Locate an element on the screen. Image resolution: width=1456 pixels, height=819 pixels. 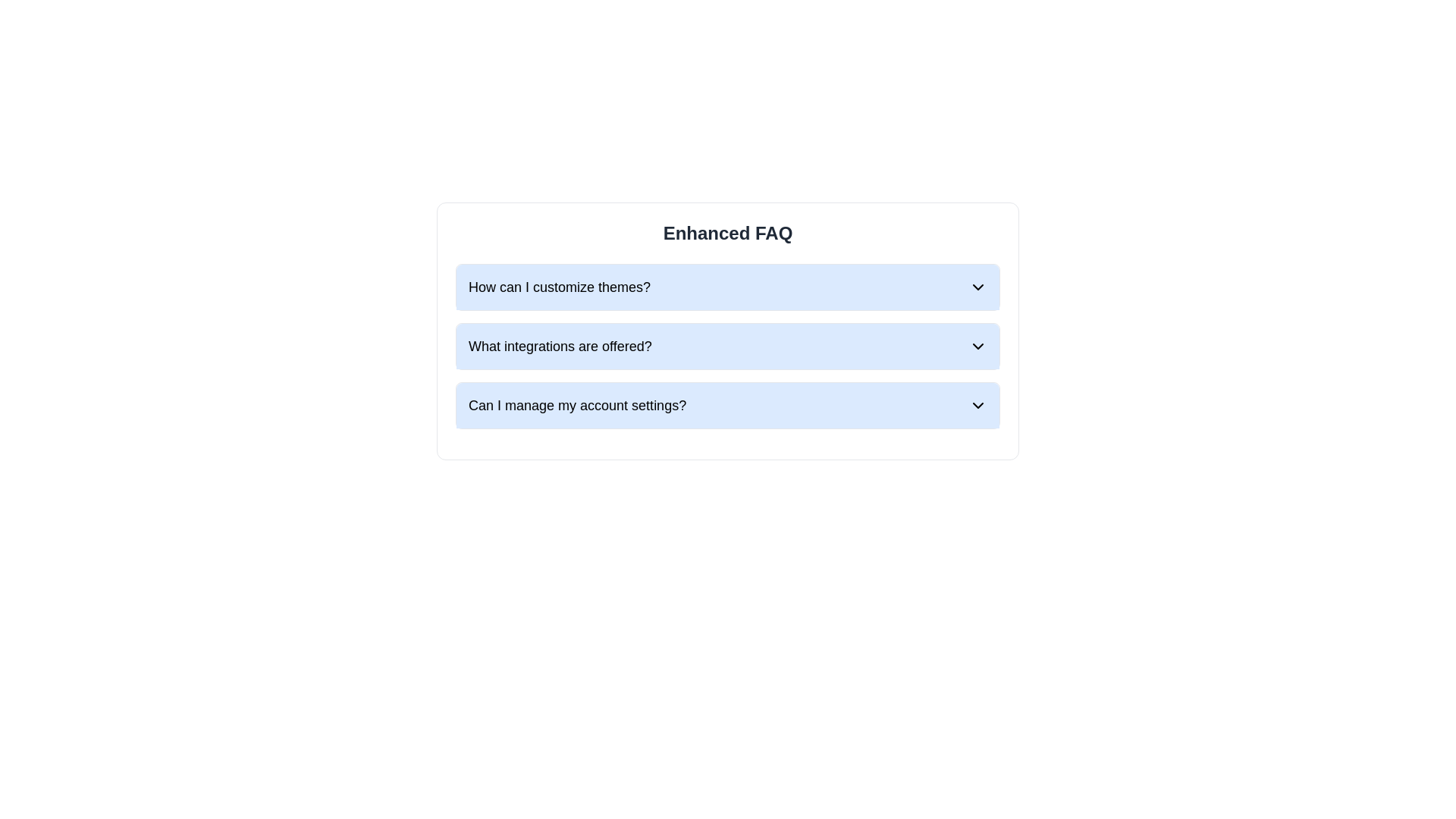
the first item in the FAQ list is located at coordinates (728, 287).